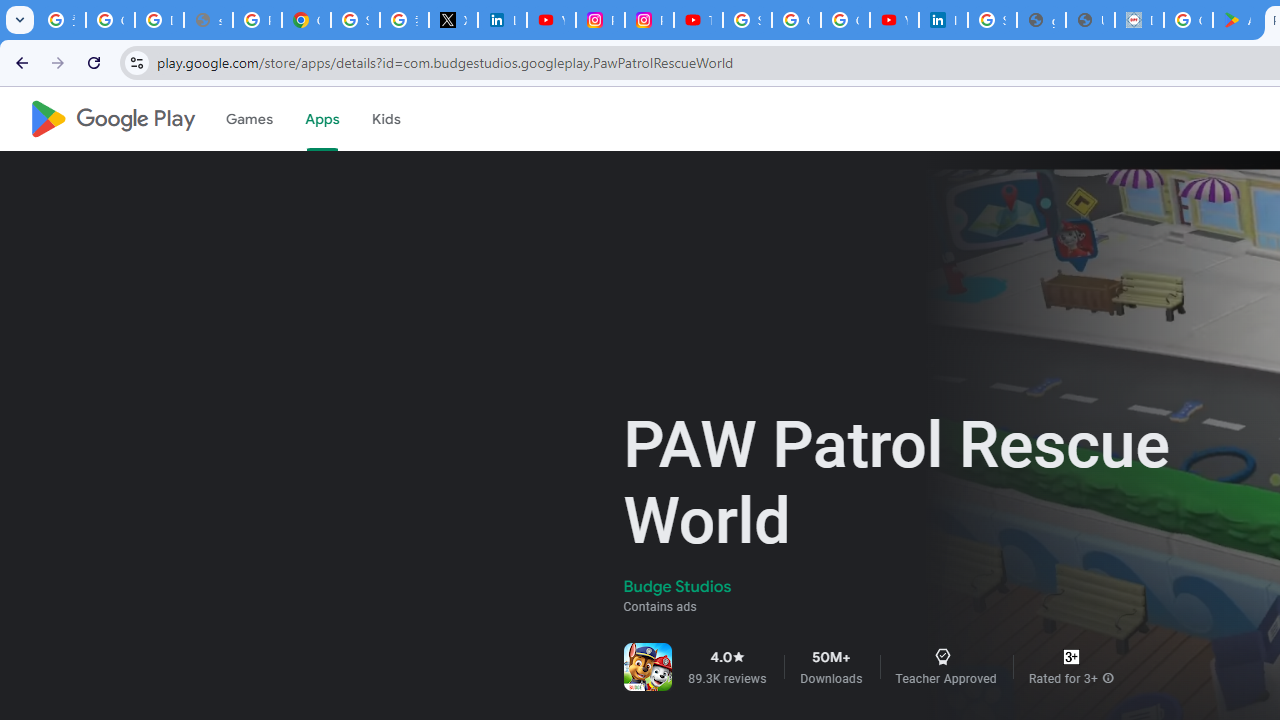 The height and width of the screenshot is (720, 1280). Describe the element at coordinates (385, 119) in the screenshot. I see `'Kids'` at that location.